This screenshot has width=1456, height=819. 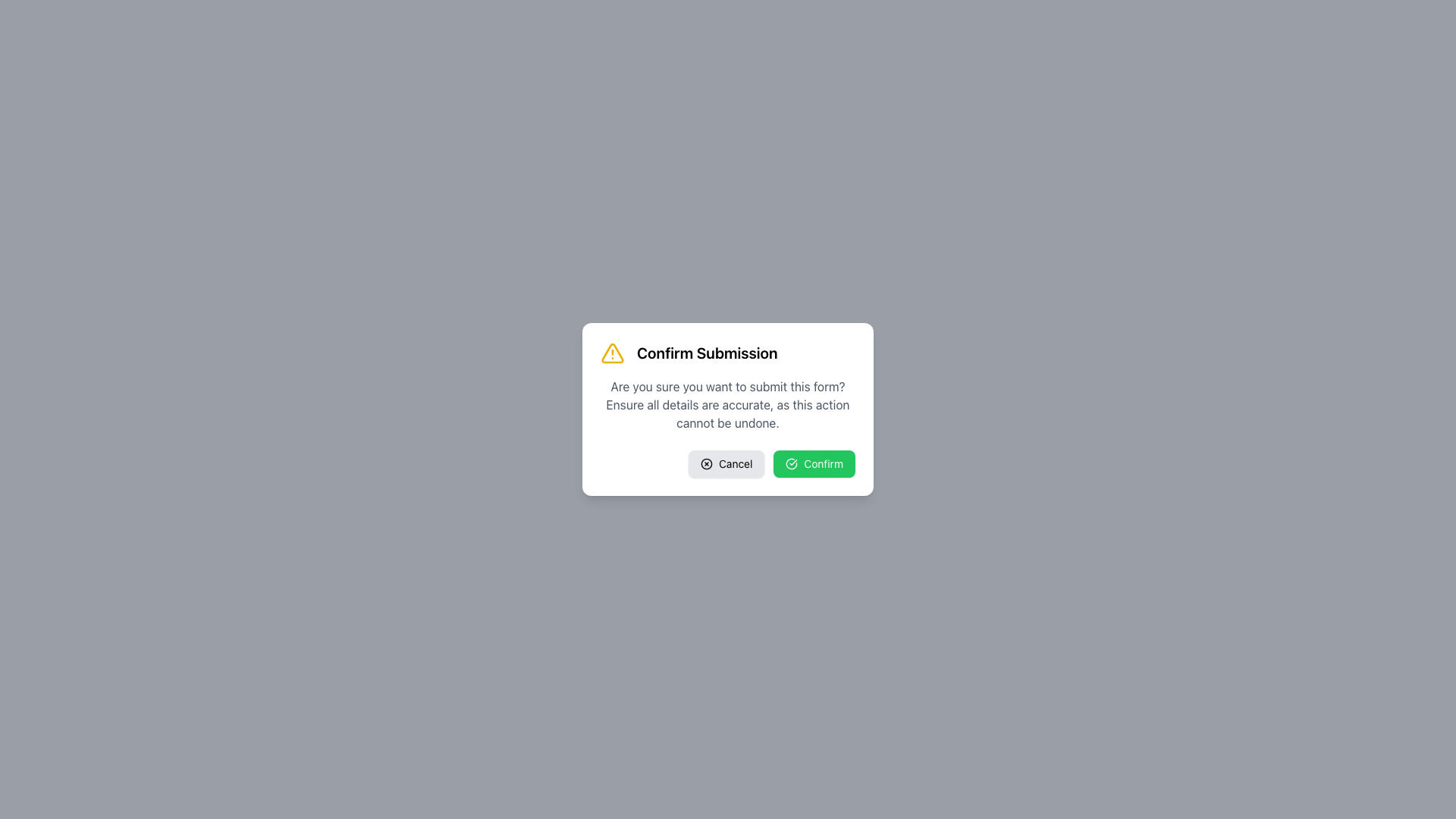 What do you see at coordinates (728, 403) in the screenshot?
I see `the cautionary statement text located within the dialog box below the 'Confirm Submission' title and above the 'Cancel' and 'Confirm' buttons` at bounding box center [728, 403].